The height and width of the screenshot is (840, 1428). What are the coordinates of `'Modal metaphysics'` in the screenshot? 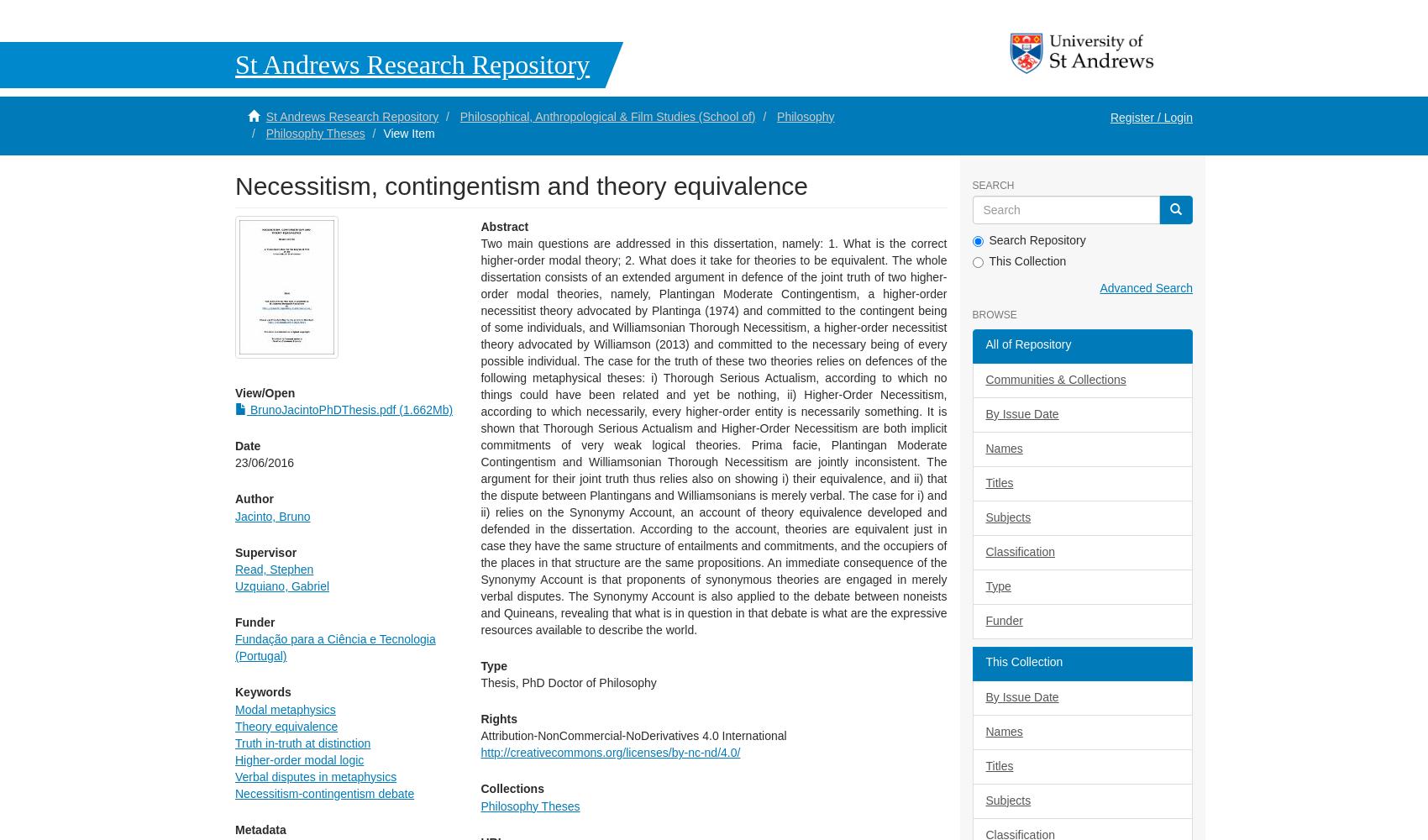 It's located at (284, 708).